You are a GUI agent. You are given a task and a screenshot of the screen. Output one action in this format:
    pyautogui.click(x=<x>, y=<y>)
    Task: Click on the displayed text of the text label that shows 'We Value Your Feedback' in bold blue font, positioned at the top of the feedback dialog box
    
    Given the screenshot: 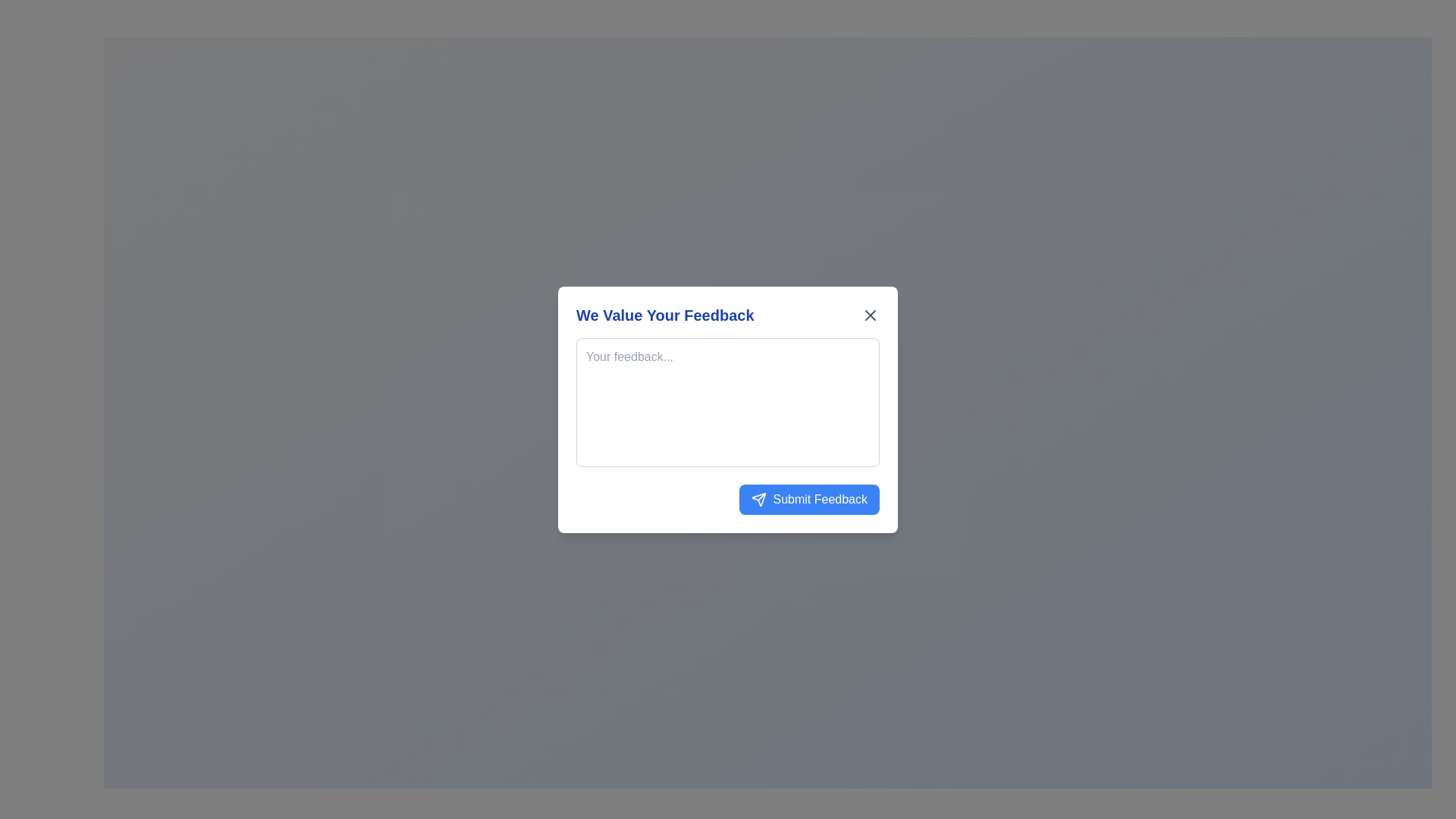 What is the action you would take?
    pyautogui.click(x=665, y=314)
    